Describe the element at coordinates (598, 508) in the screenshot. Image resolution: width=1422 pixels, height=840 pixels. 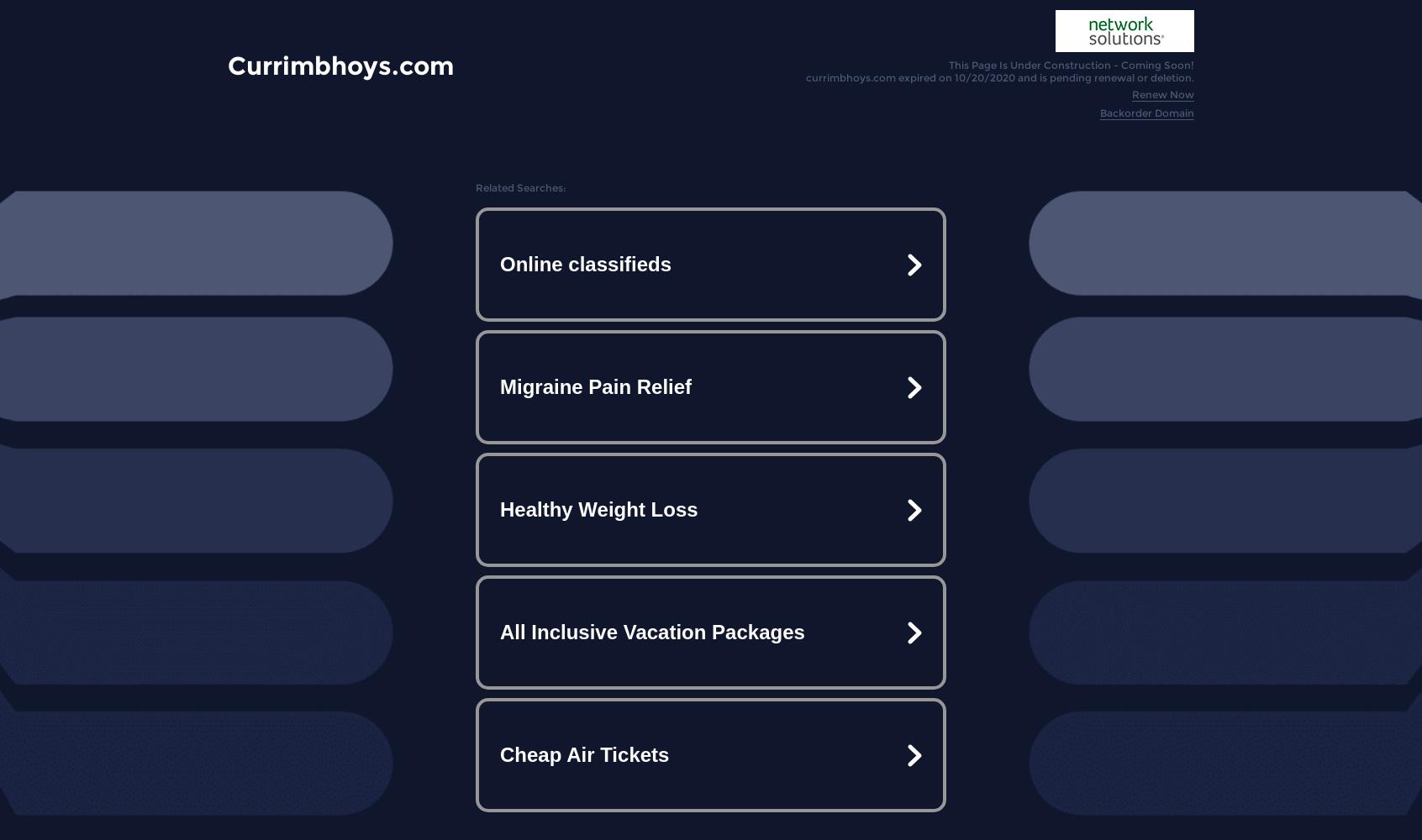
I see `'Healthy Weight Loss'` at that location.